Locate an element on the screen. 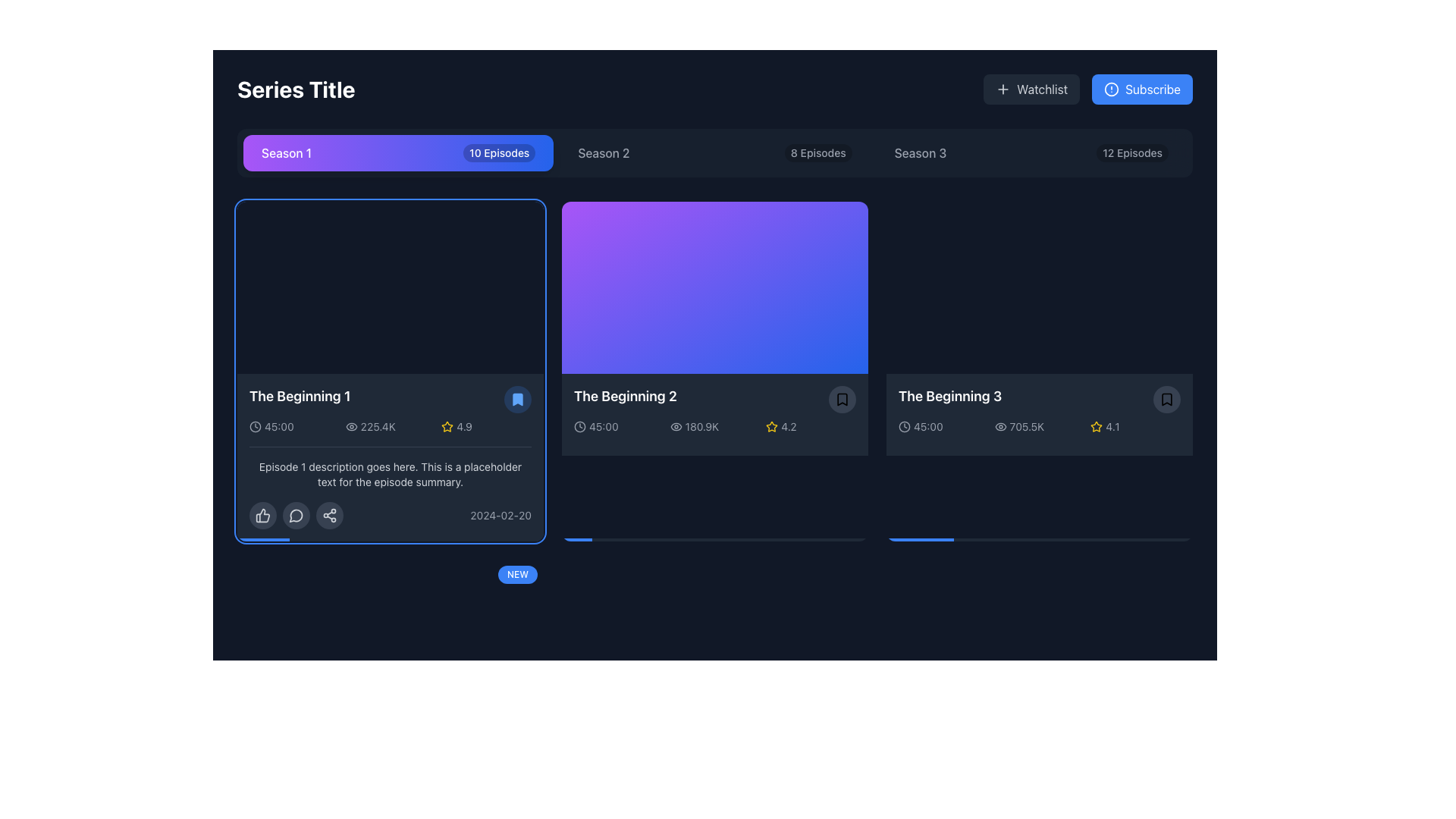 This screenshot has height=819, width=1456. the comment button located below the episode description, which is the second button in a row of interactive icons, adjacent is located at coordinates (296, 515).